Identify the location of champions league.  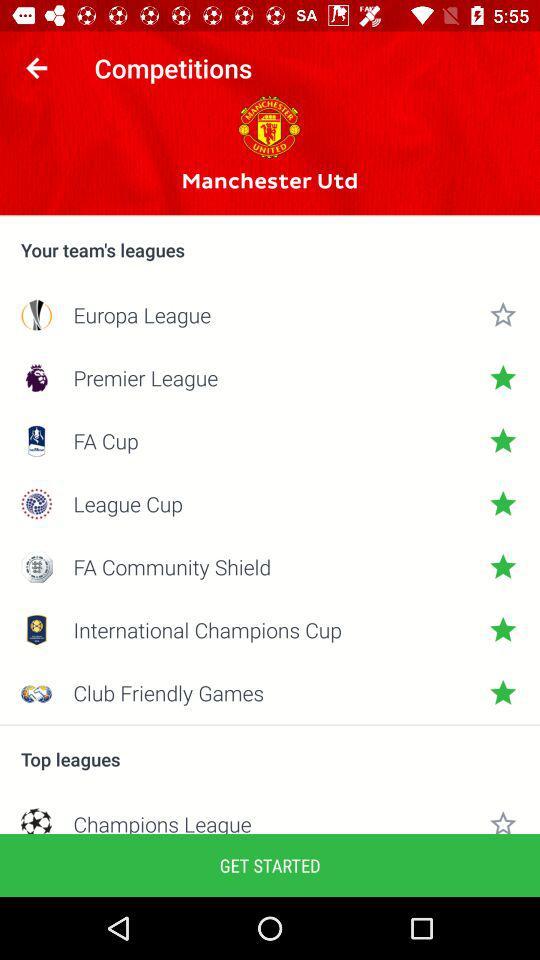
(270, 821).